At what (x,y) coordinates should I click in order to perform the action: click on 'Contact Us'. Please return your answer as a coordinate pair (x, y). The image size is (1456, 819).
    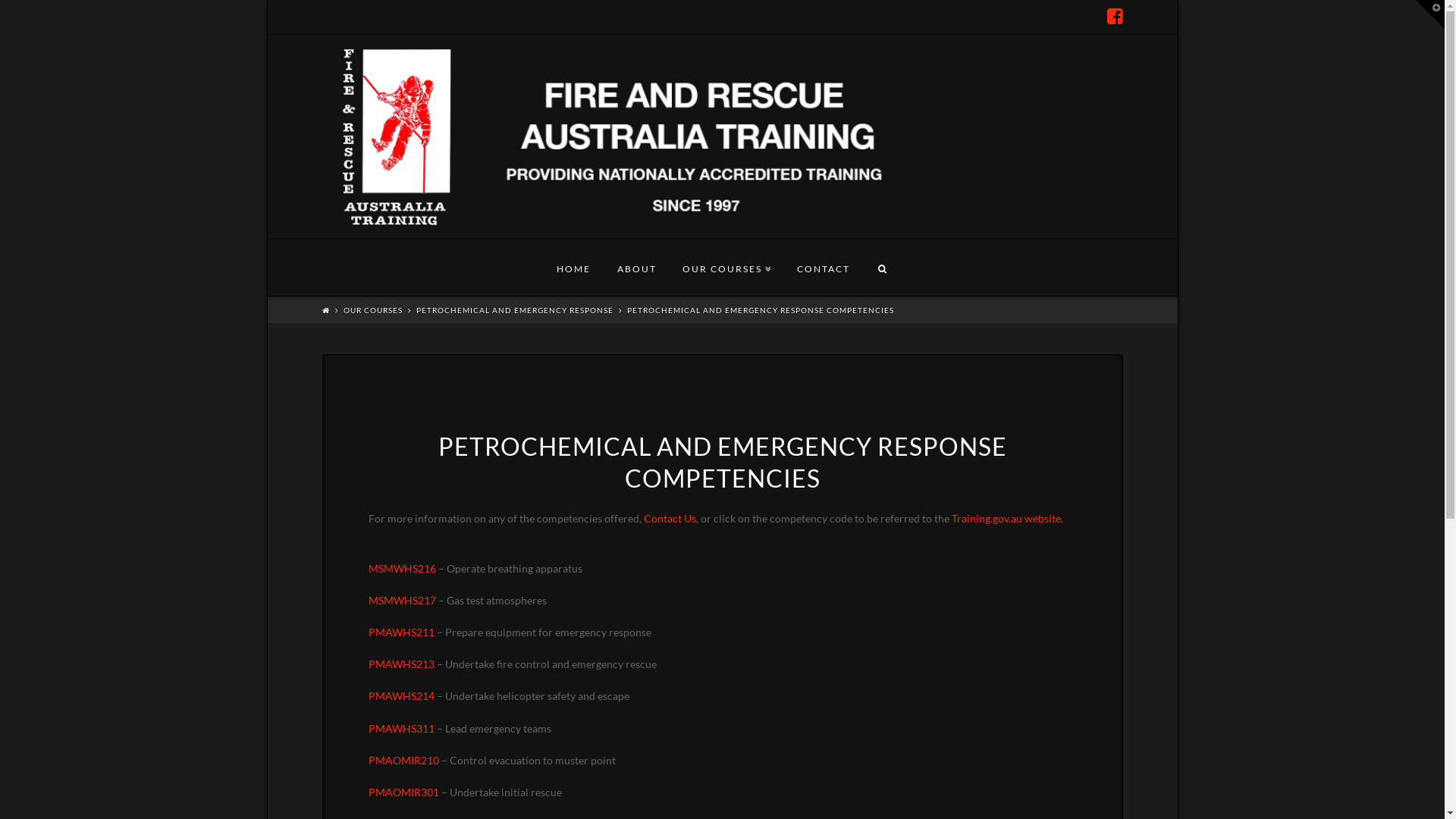
    Looking at the image, I should click on (643, 517).